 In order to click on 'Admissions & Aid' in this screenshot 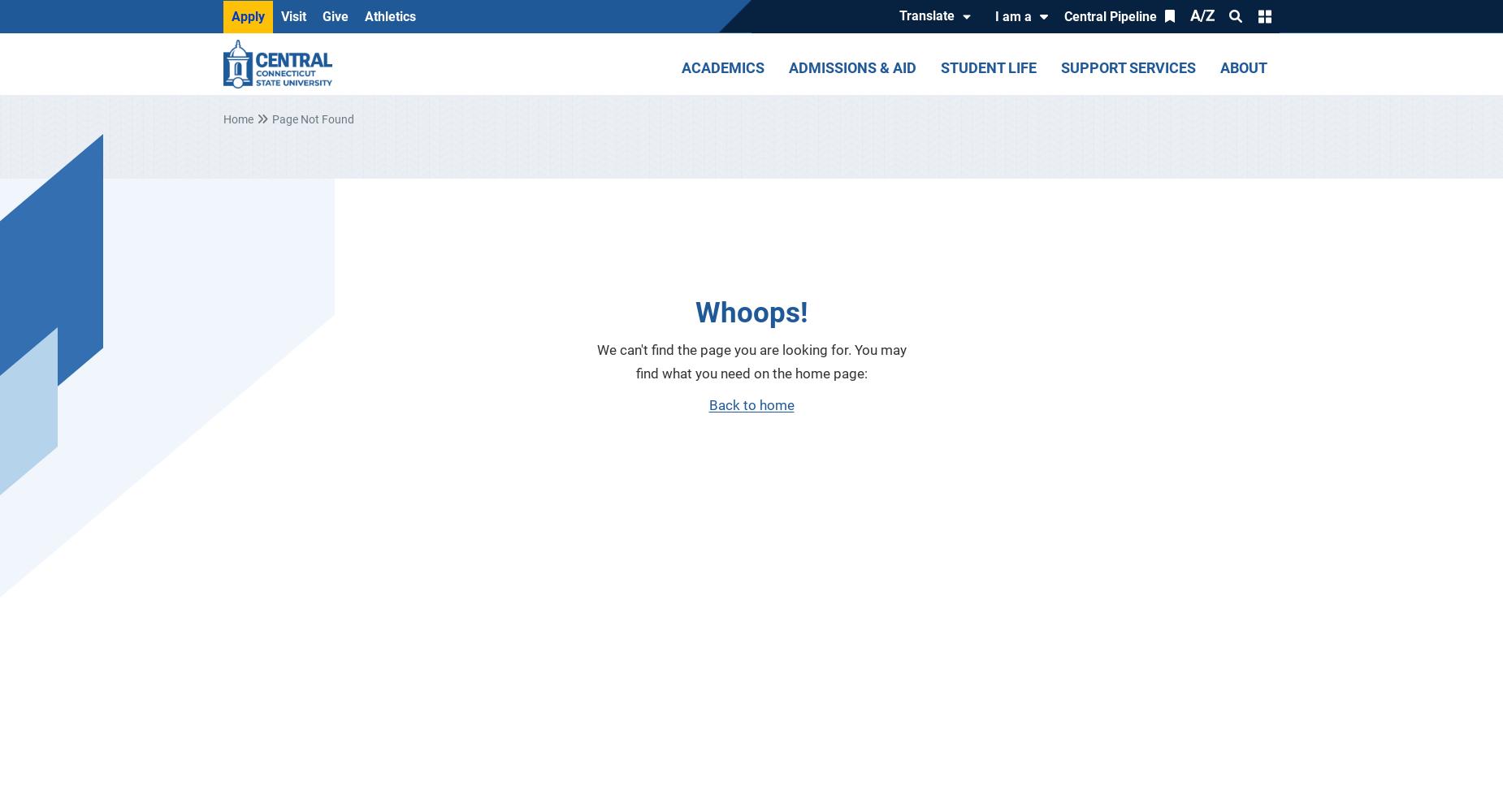, I will do `click(851, 67)`.